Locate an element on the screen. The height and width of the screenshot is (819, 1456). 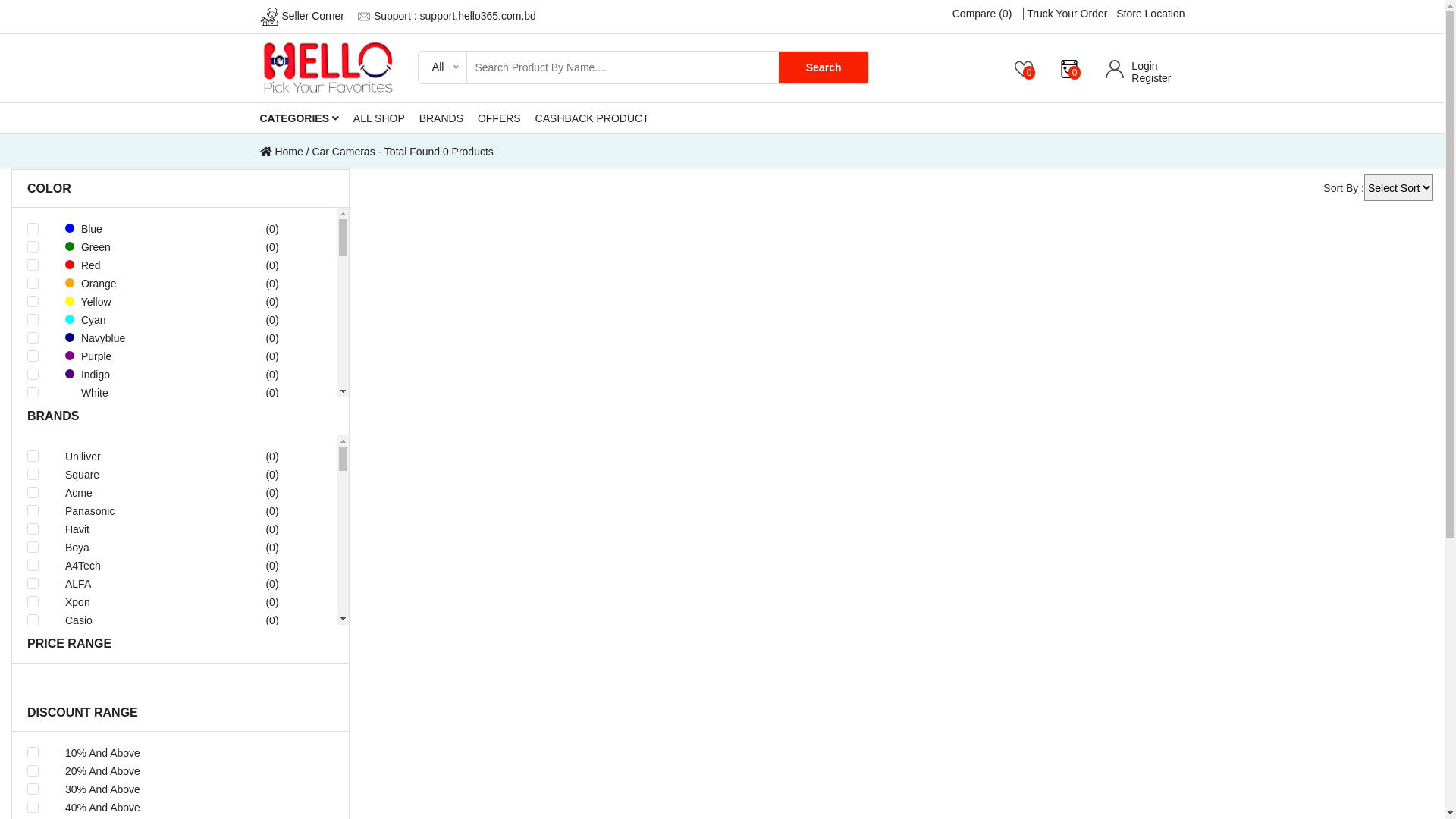
'Login is located at coordinates (1138, 72).